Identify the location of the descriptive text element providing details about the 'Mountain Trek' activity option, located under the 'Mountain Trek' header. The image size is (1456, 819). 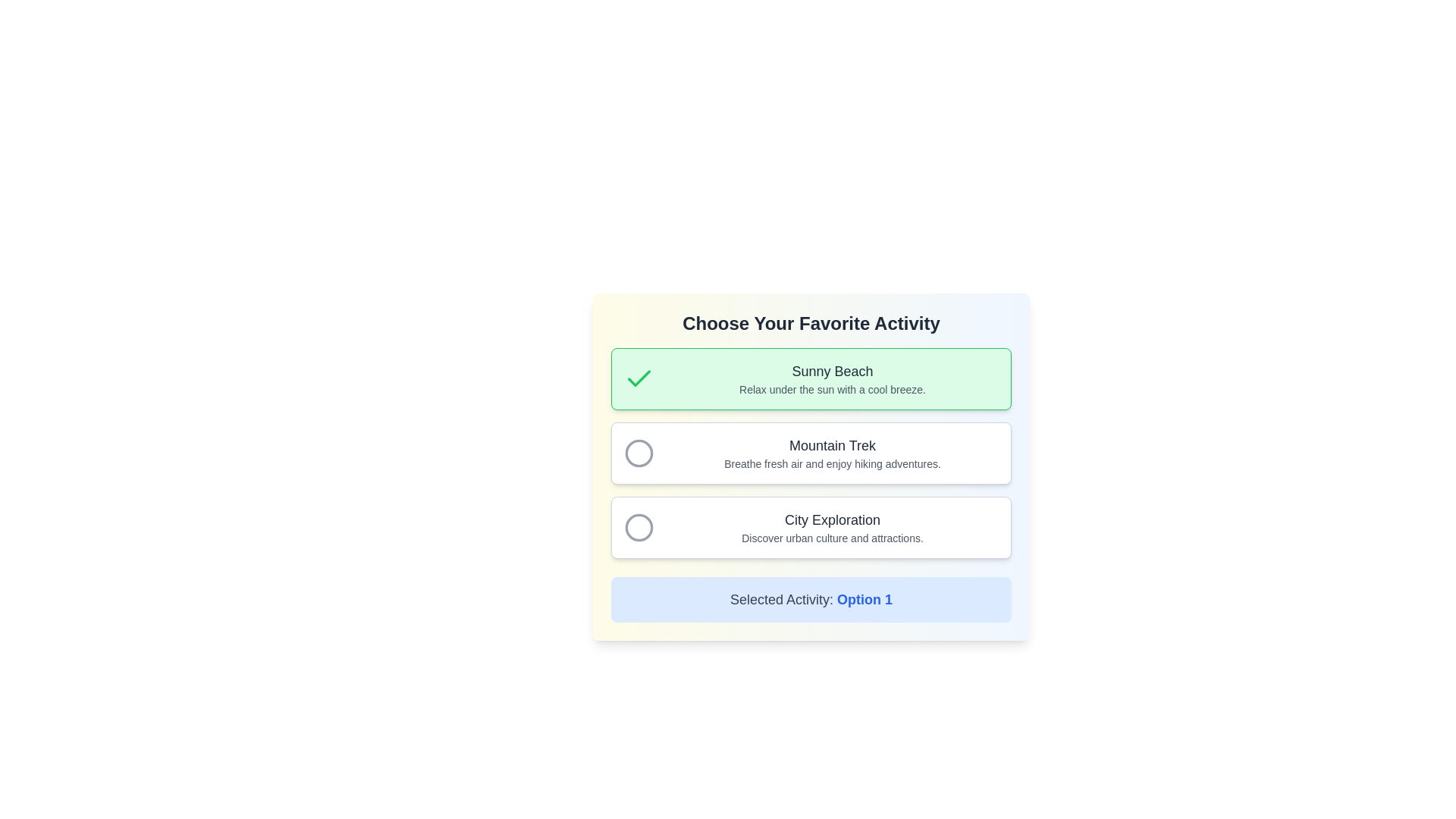
(832, 463).